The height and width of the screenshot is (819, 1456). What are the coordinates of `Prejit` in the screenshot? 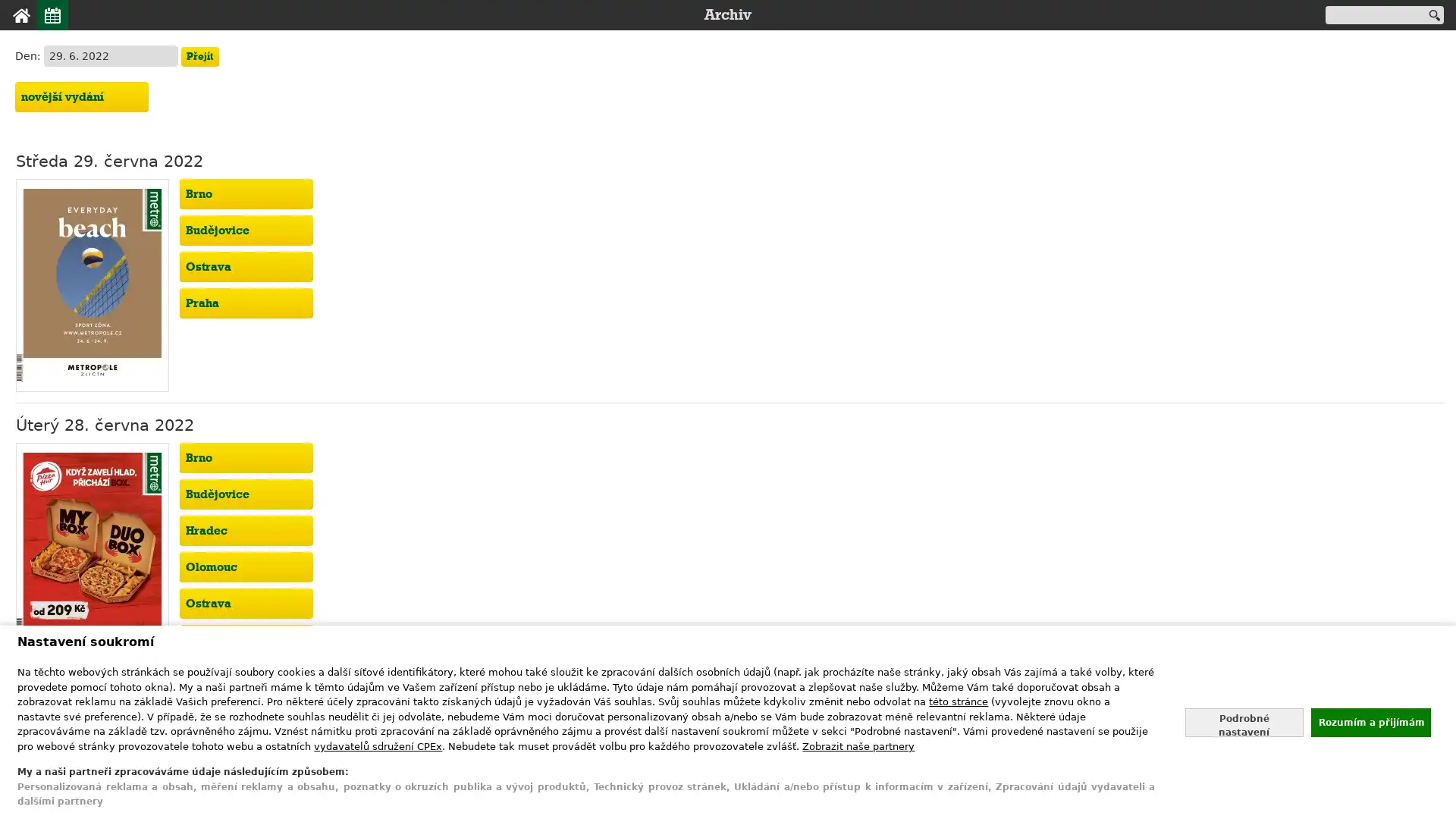 It's located at (199, 55).